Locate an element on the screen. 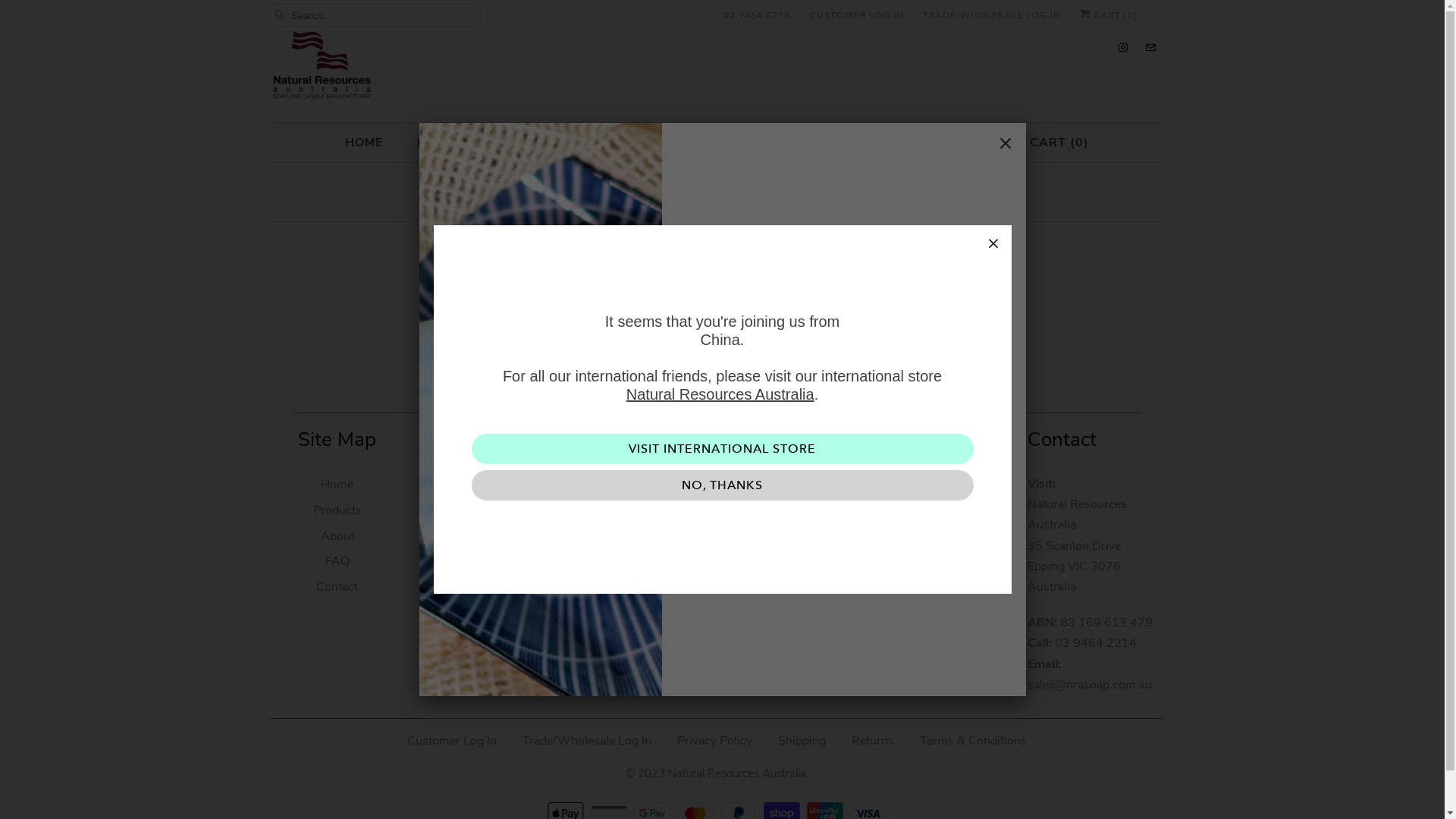 The image size is (1456, 819). 'Plant to Skin 100g' is located at coordinates (488, 510).